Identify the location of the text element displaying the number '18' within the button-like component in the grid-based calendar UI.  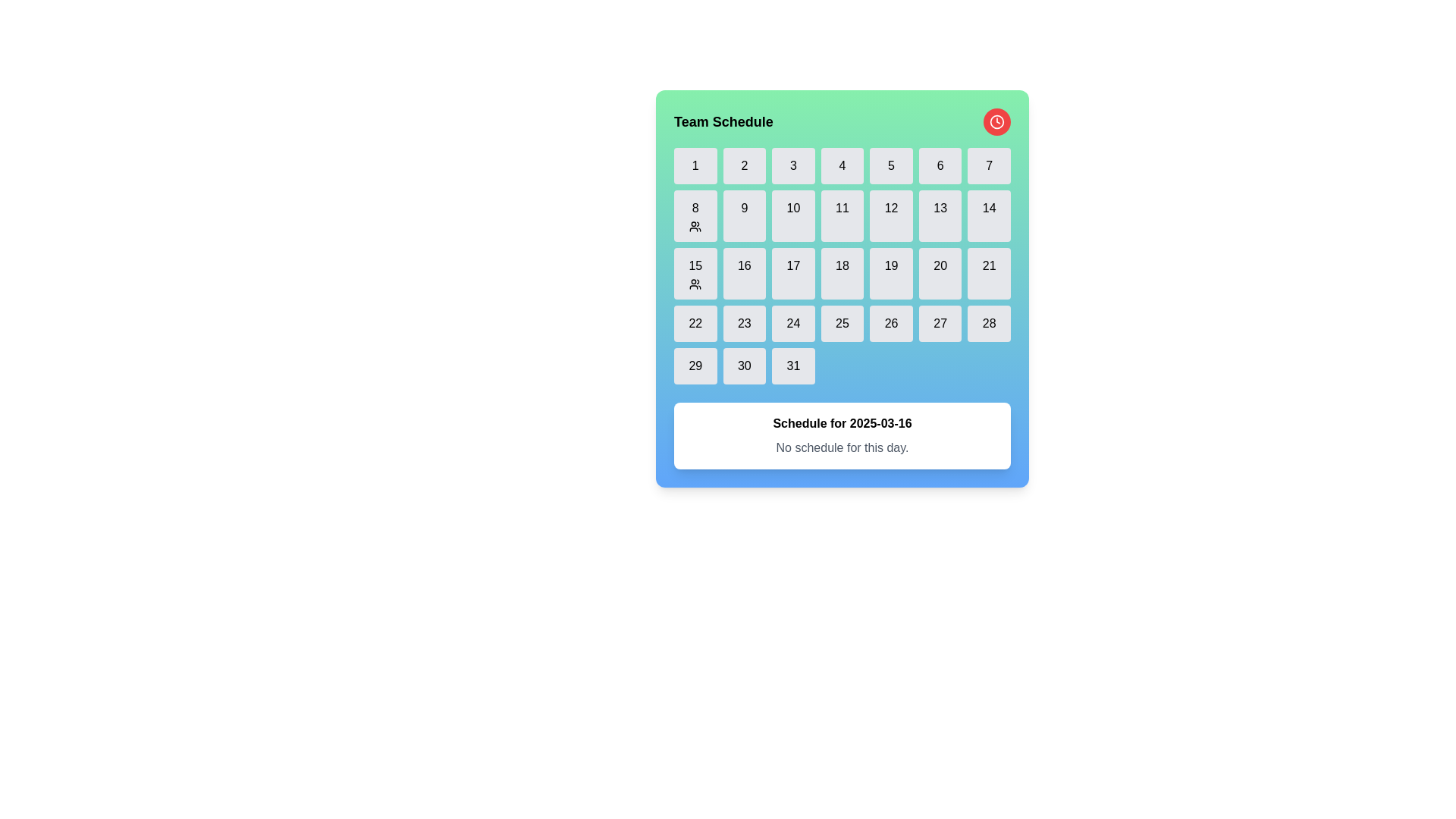
(841, 265).